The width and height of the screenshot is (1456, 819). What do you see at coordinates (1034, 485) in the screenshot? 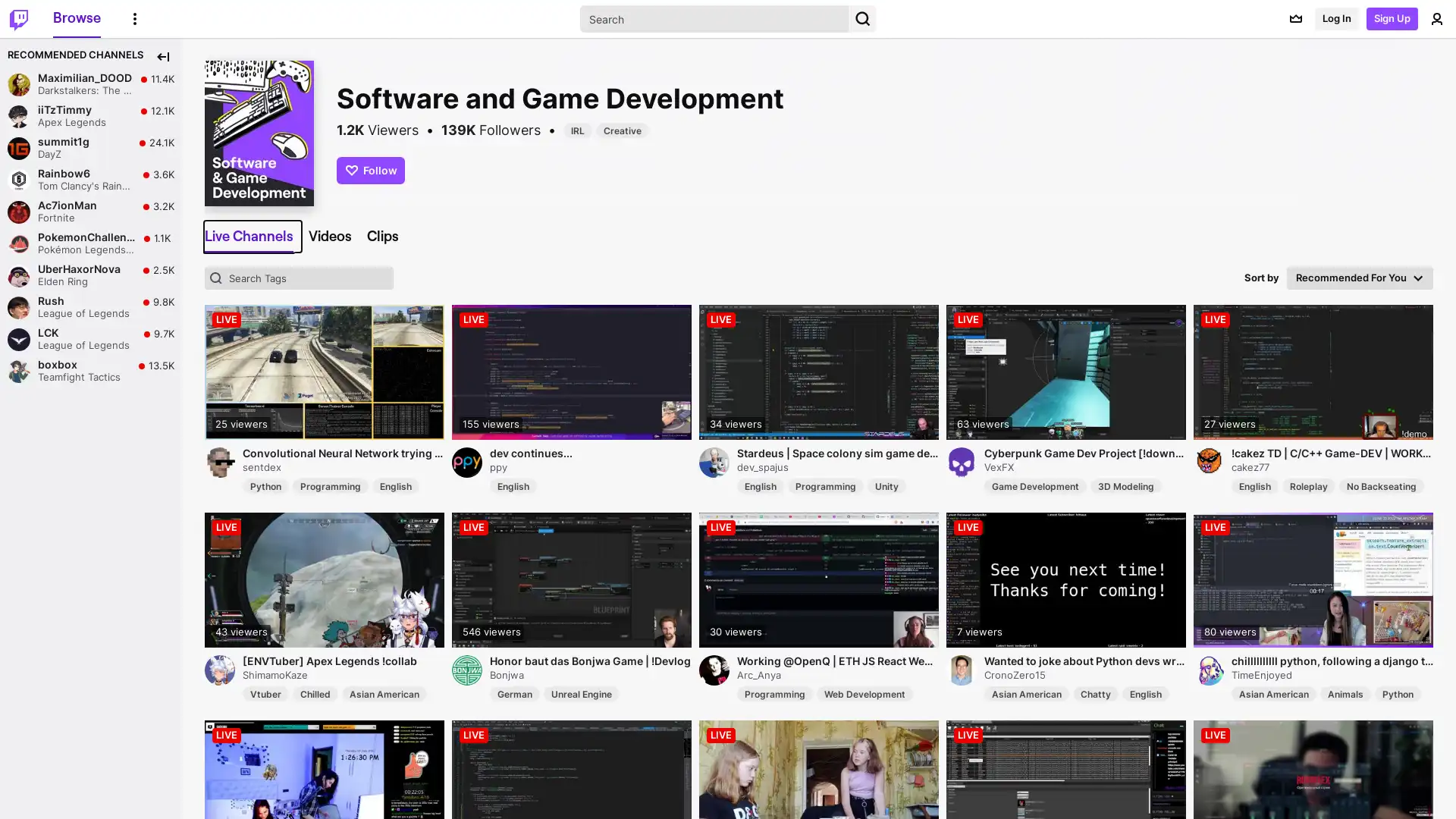
I see `Game Development` at bounding box center [1034, 485].